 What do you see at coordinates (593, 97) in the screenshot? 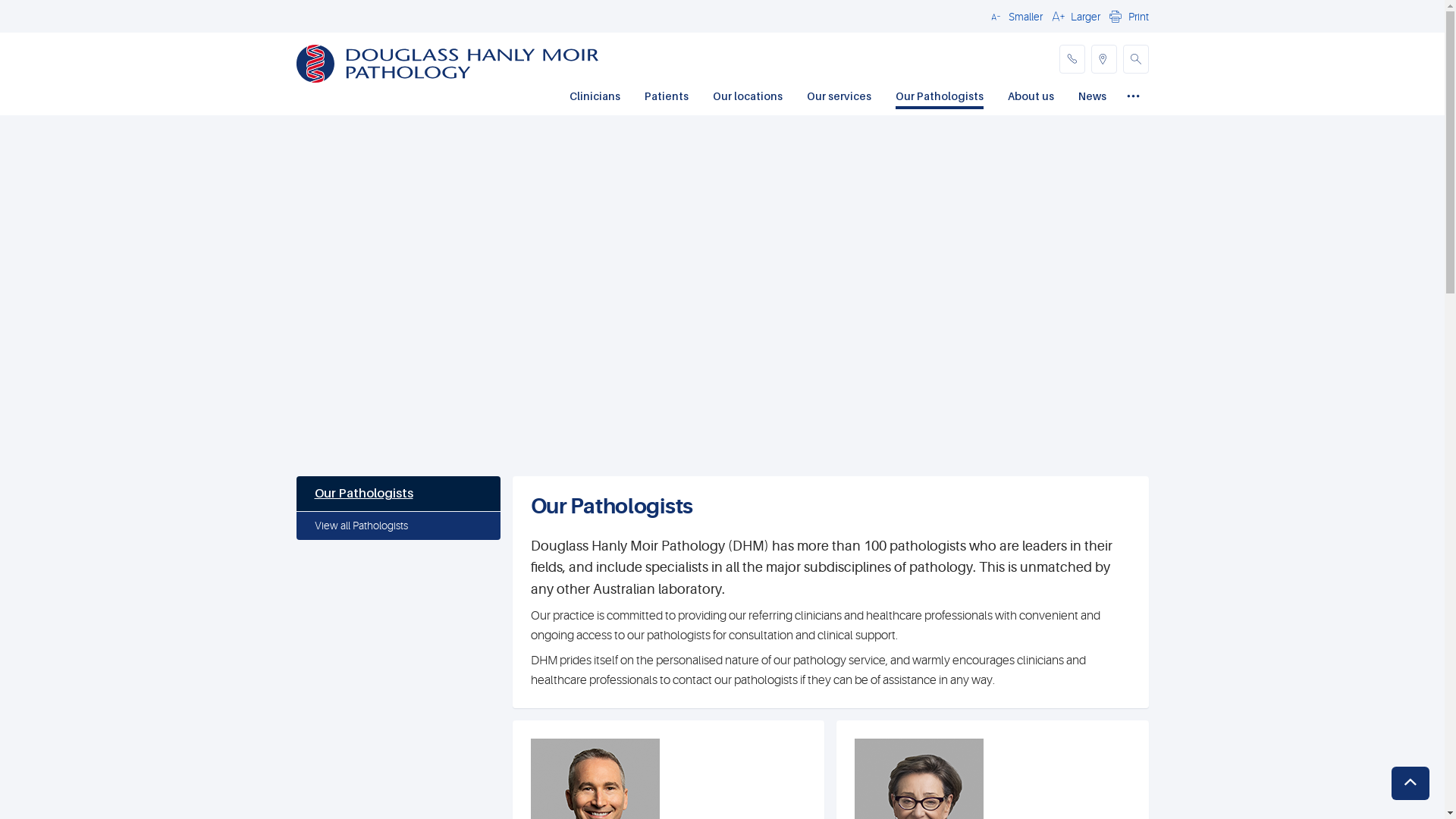
I see `'Clinicians'` at bounding box center [593, 97].